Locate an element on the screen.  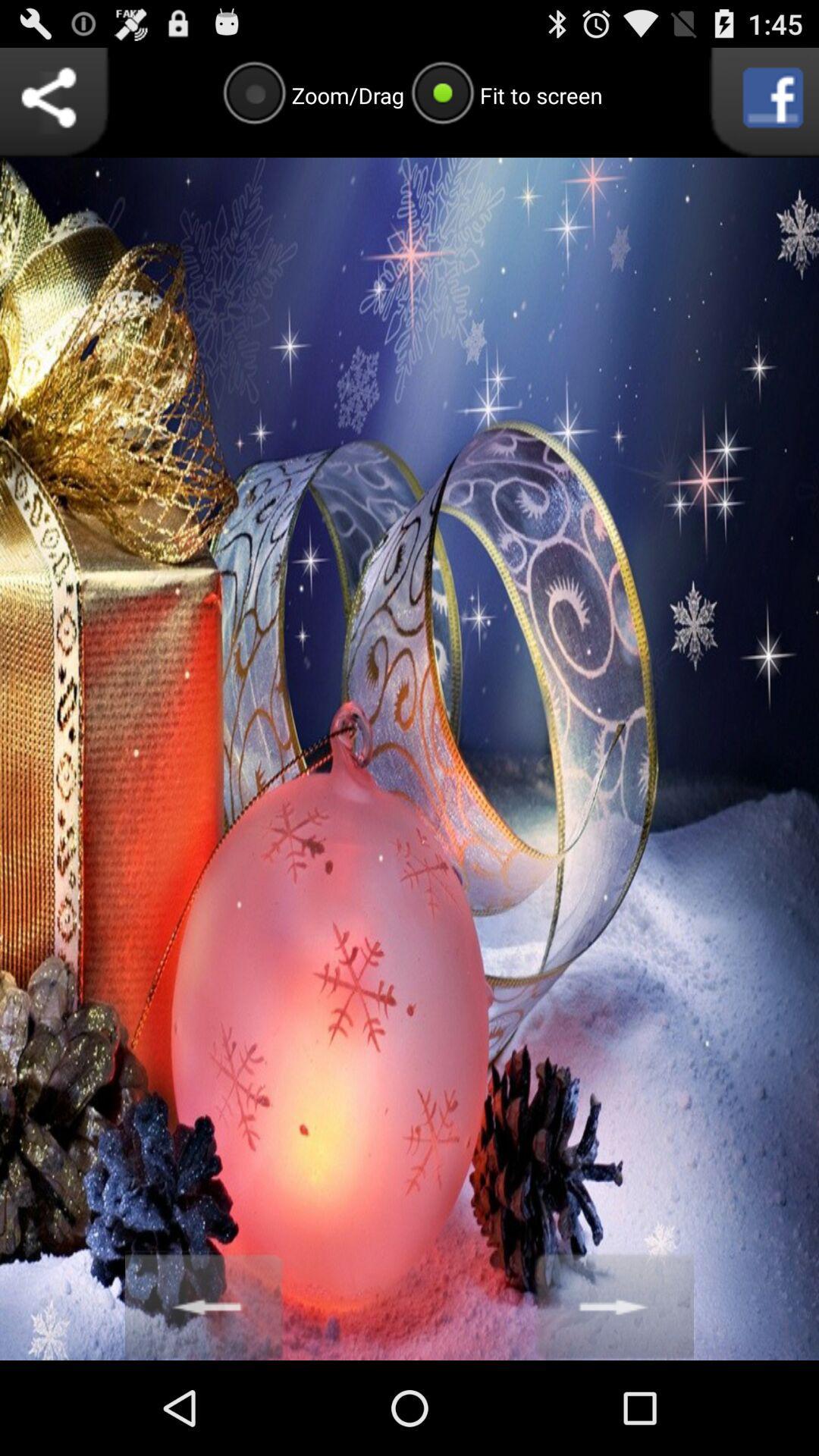
the facebook icon is located at coordinates (764, 108).